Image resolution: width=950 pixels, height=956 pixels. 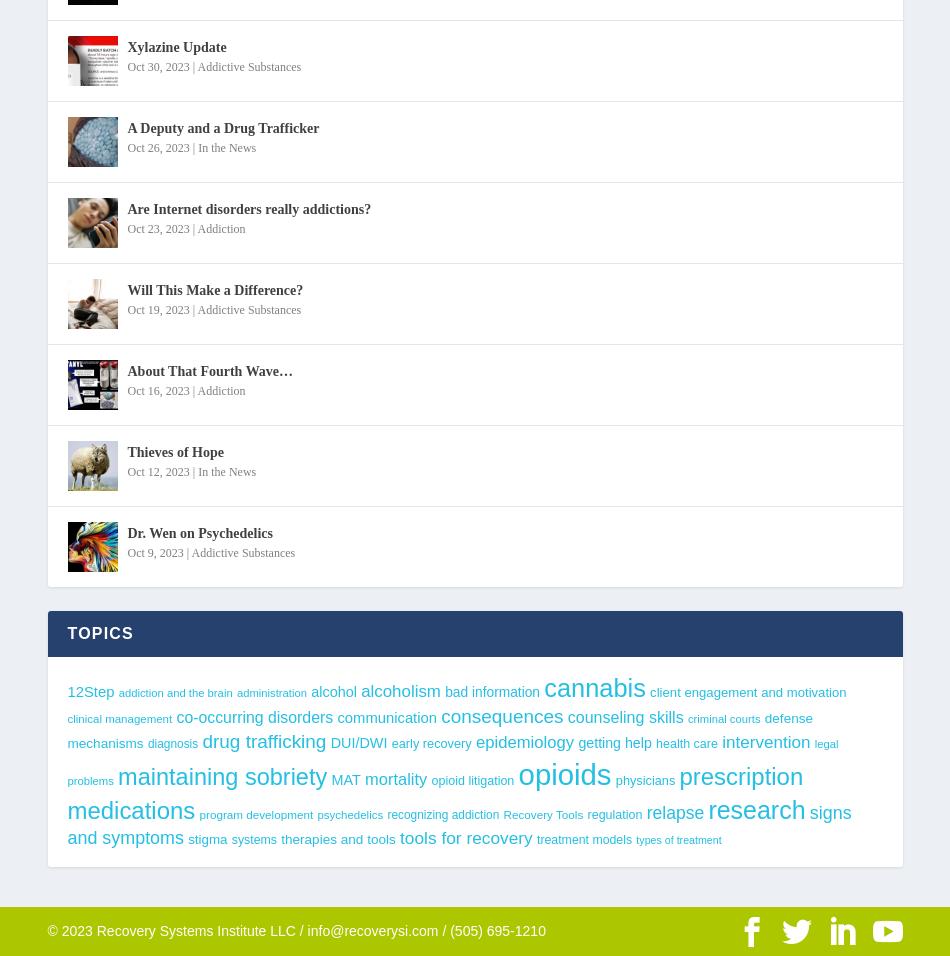 I want to click on 'client engagement and motivation', so click(x=747, y=691).